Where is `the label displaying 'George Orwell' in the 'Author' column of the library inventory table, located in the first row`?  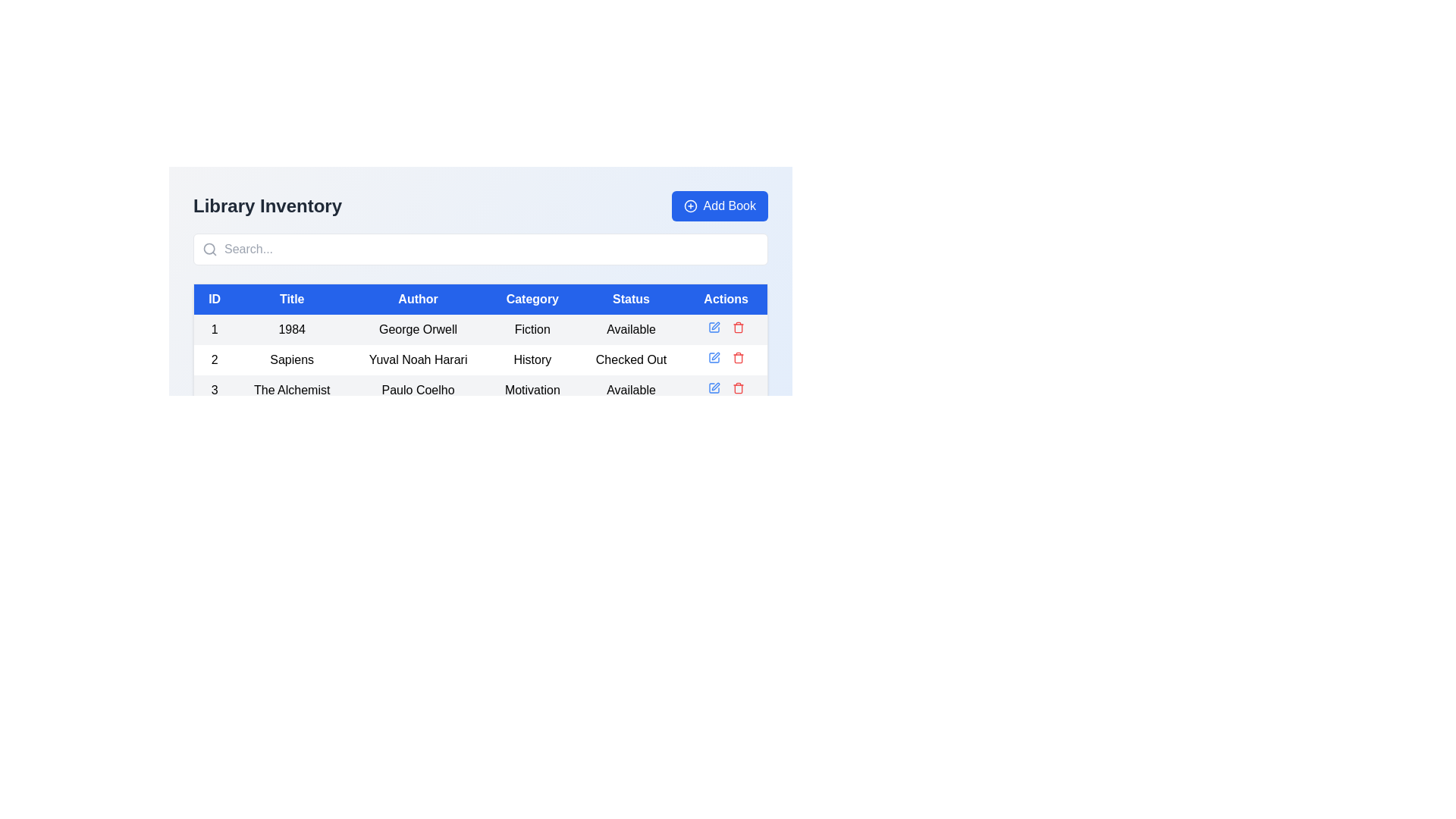 the label displaying 'George Orwell' in the 'Author' column of the library inventory table, located in the first row is located at coordinates (418, 329).